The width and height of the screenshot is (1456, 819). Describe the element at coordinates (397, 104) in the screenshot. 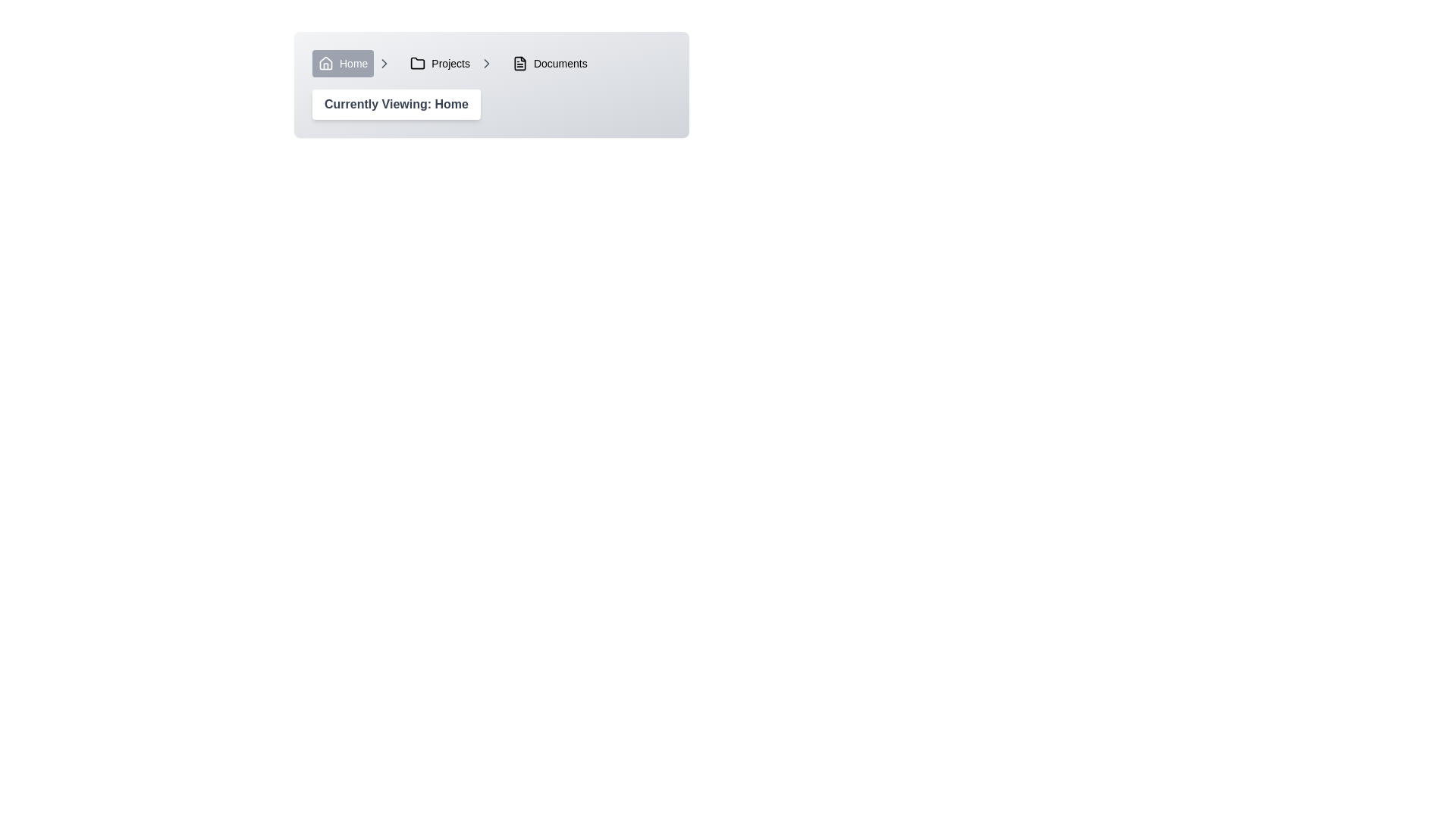

I see `text label that displays 'Currently Viewing: Home', which is styled in bold gray font, positioned beneath the breadcrumb navigation bar` at that location.